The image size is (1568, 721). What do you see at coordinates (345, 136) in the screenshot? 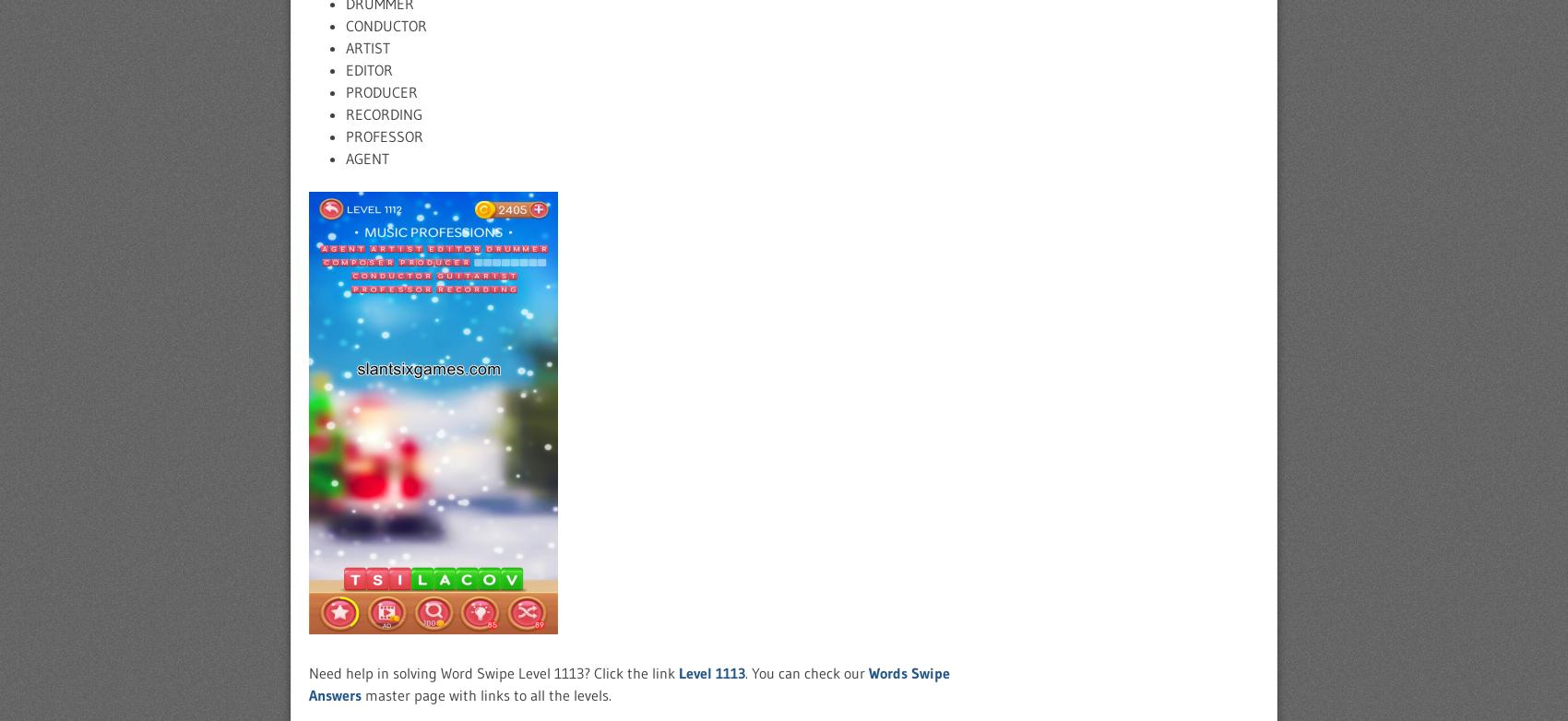
I see `'PROFESSOR'` at bounding box center [345, 136].